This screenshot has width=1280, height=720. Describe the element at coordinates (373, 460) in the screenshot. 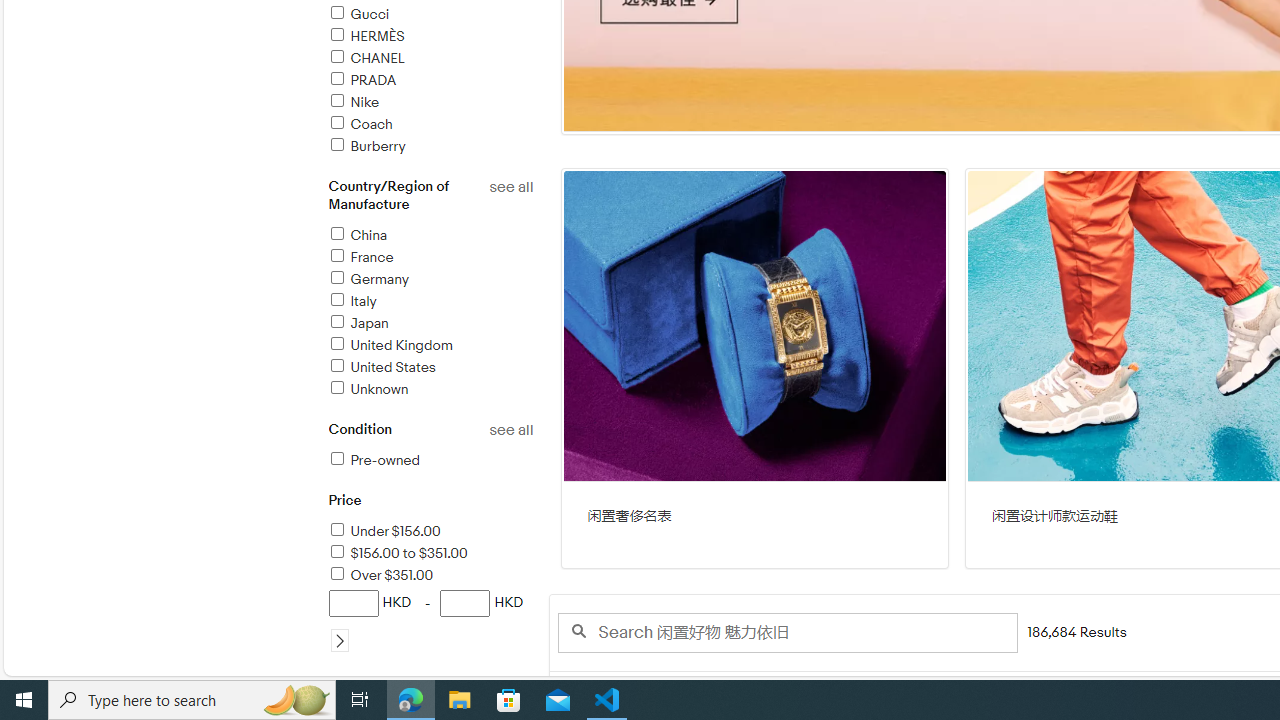

I see `'Pre-owned'` at that location.